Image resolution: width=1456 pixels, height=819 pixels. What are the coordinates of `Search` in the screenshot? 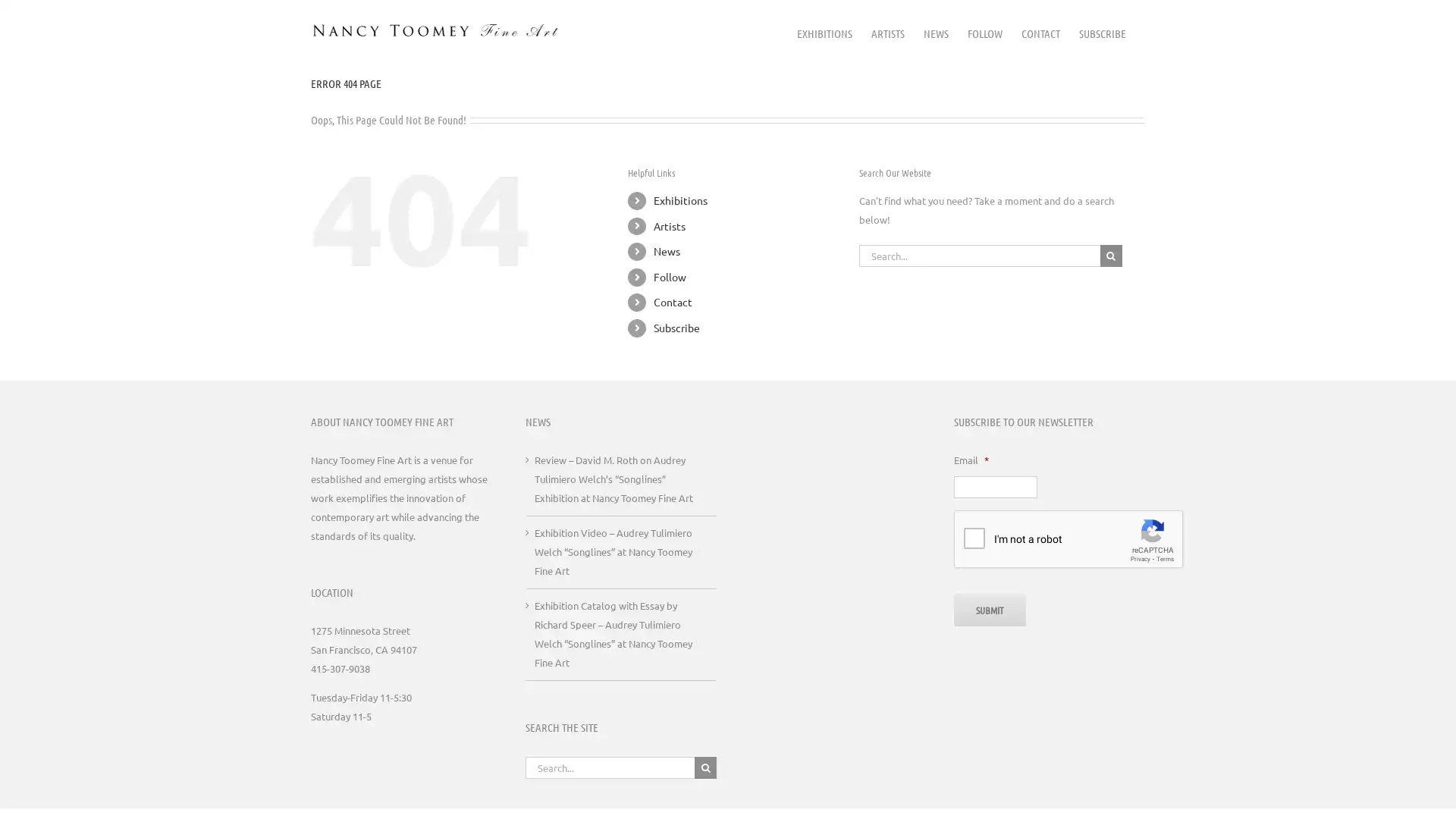 It's located at (704, 767).